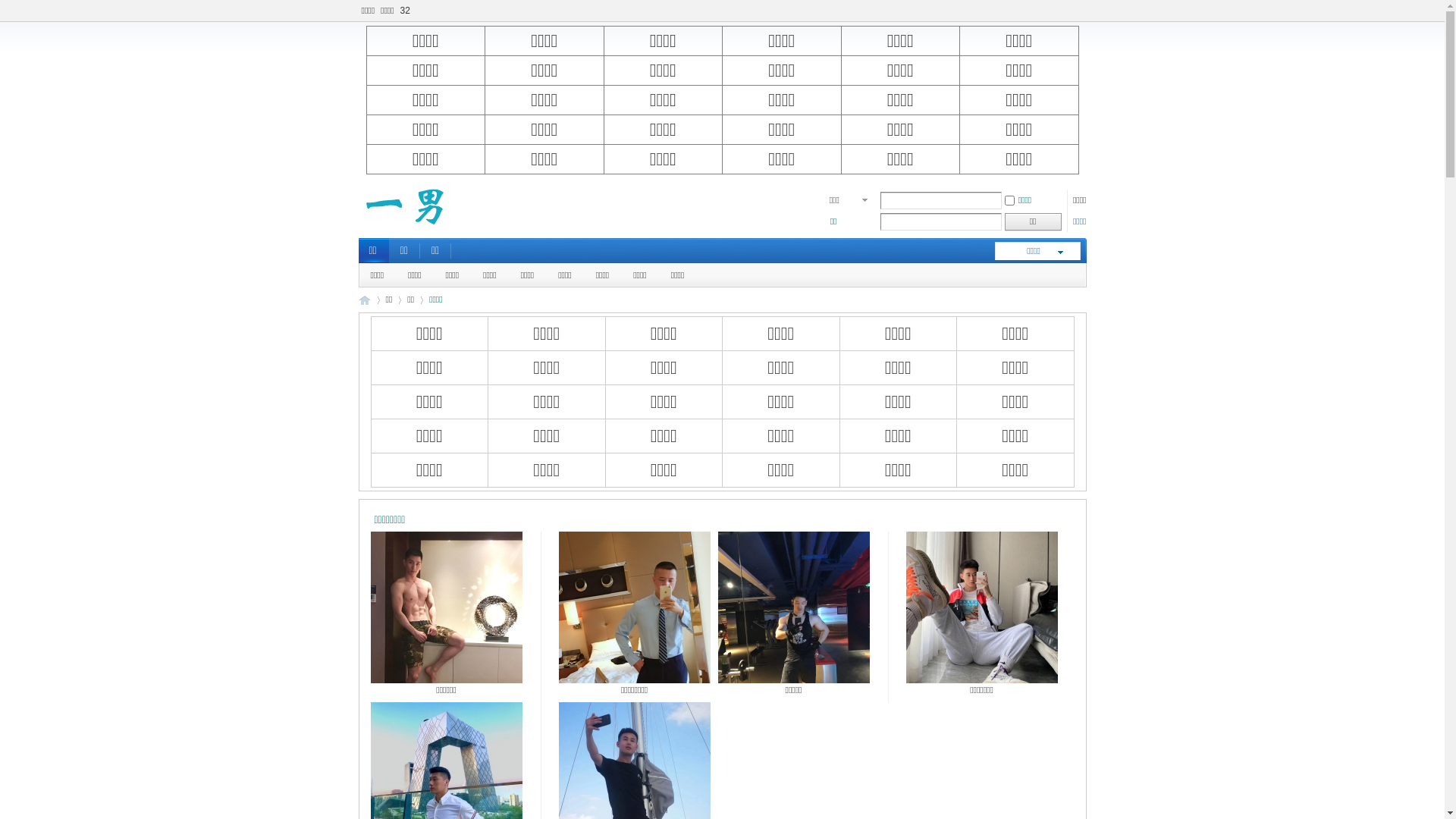 This screenshot has height=819, width=1456. What do you see at coordinates (405, 11) in the screenshot?
I see `'32'` at bounding box center [405, 11].